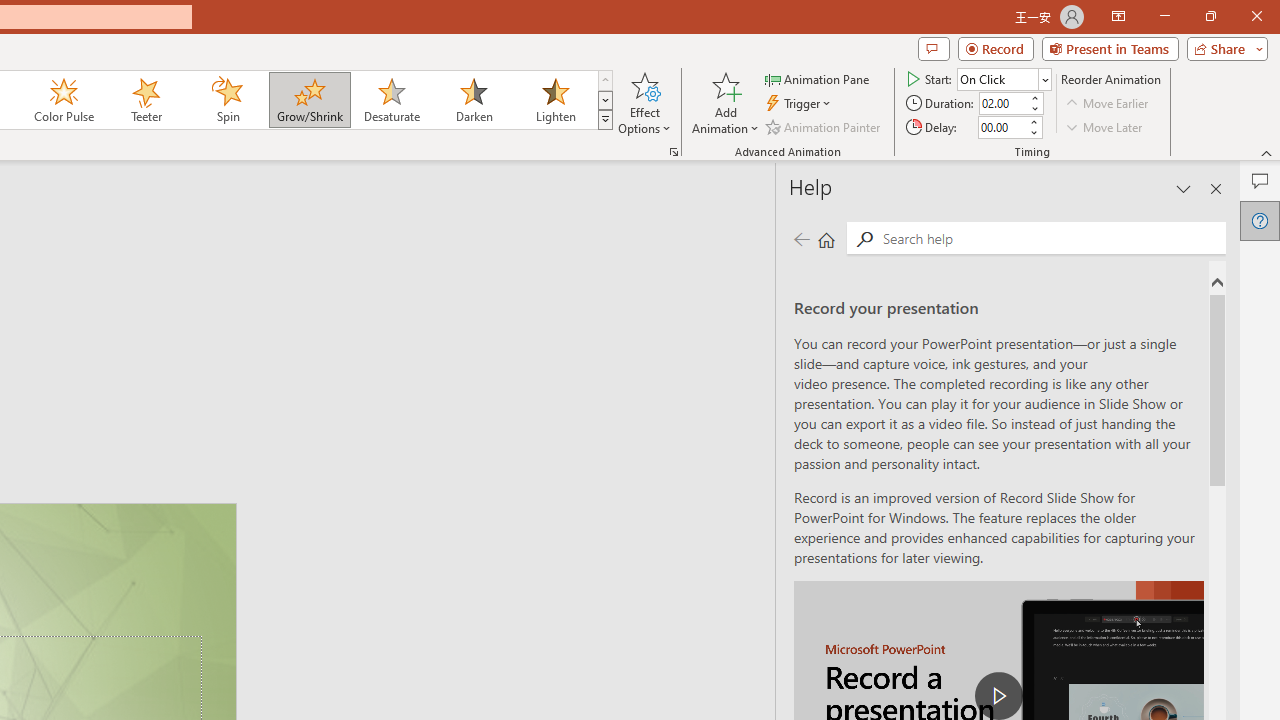 The width and height of the screenshot is (1280, 720). I want to click on 'Animation Painter', so click(824, 127).